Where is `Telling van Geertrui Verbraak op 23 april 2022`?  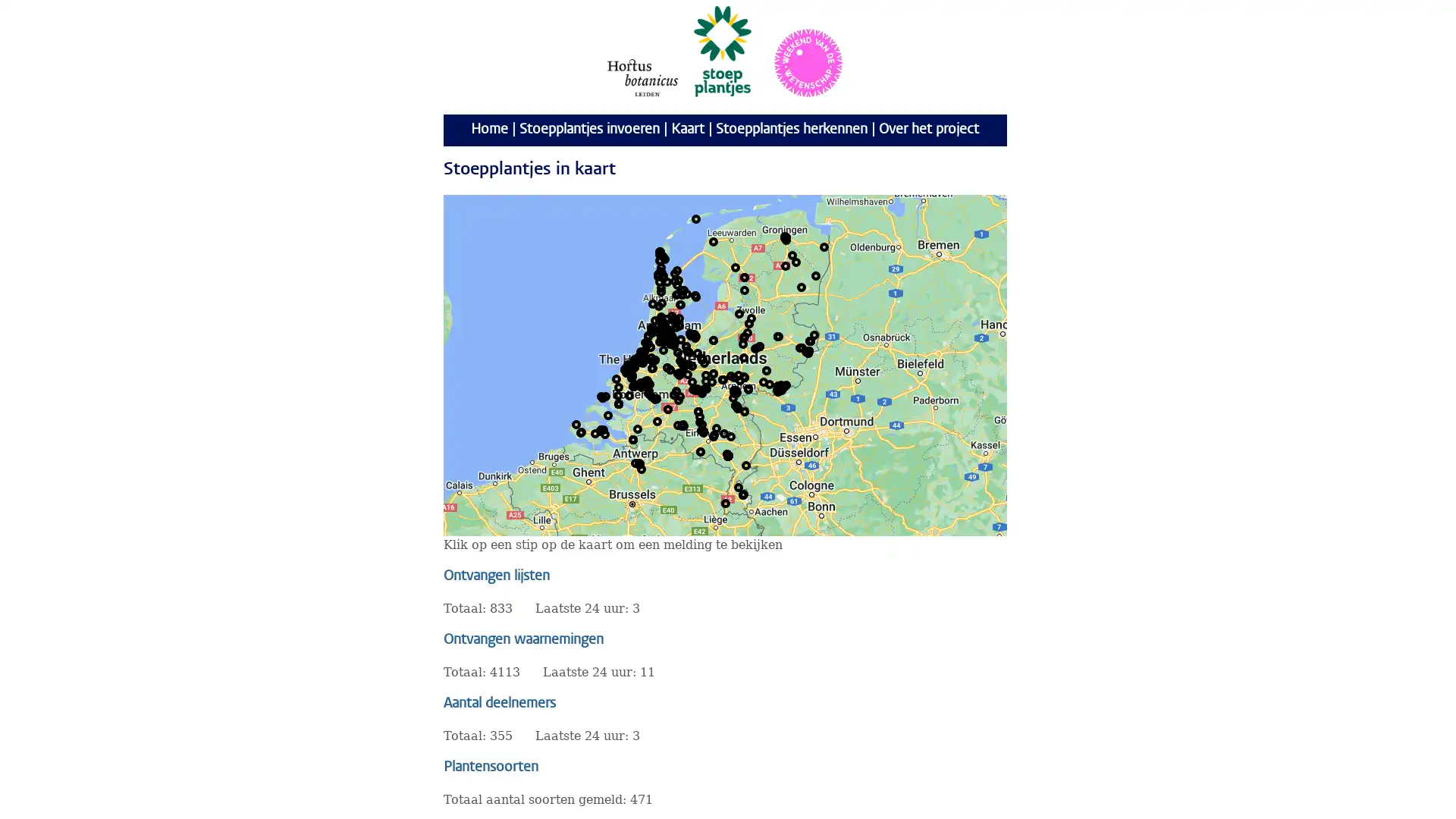
Telling van Geertrui Verbraak op 23 april 2022 is located at coordinates (669, 369).